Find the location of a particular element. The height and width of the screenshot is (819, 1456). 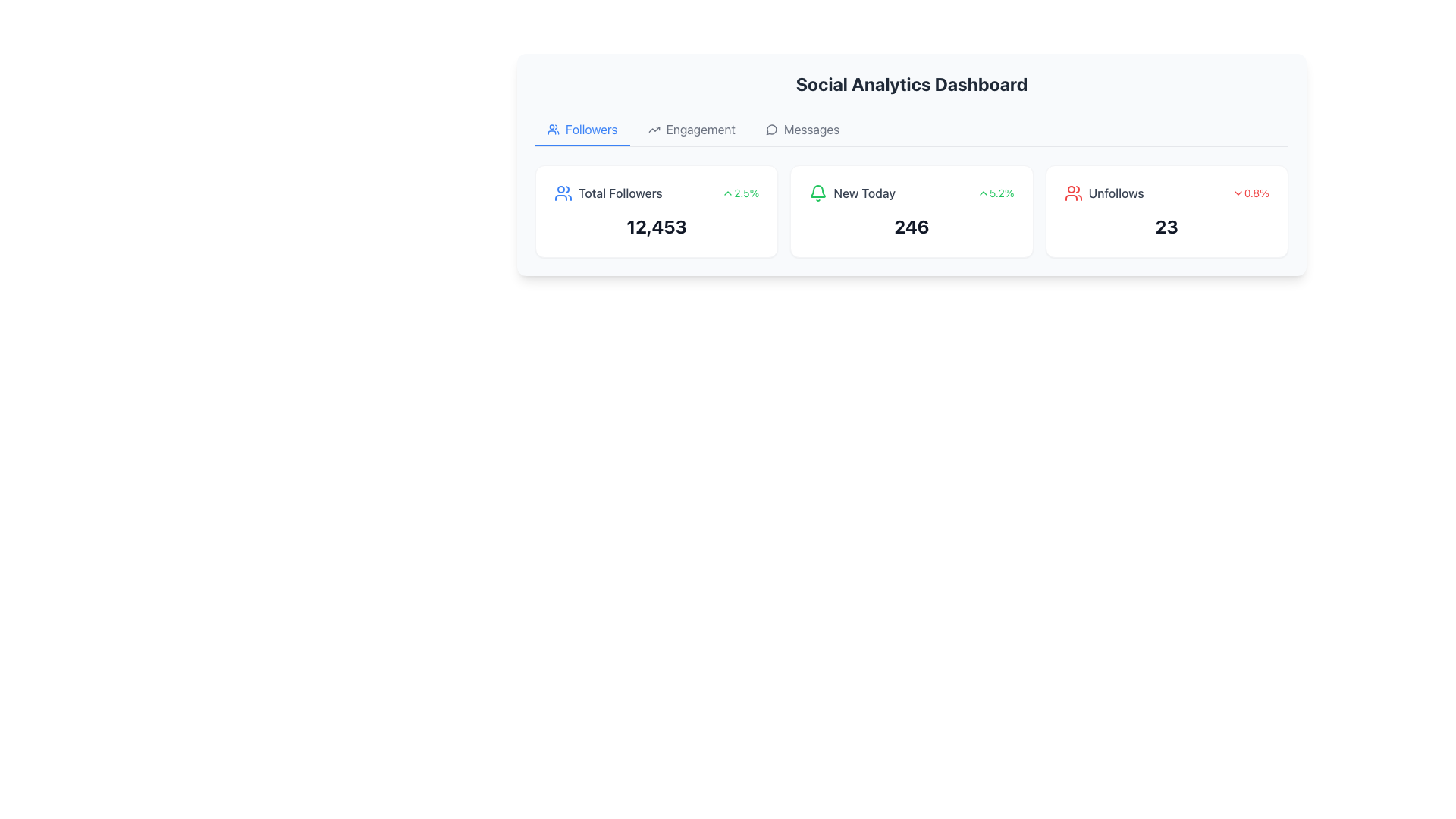

the leftmost Information Card in the Social Analytics Dashboard, which features a white background, rounded corners, and displays 'Total Followers' with a green upward percentage indicator and the number '12,453' is located at coordinates (657, 211).